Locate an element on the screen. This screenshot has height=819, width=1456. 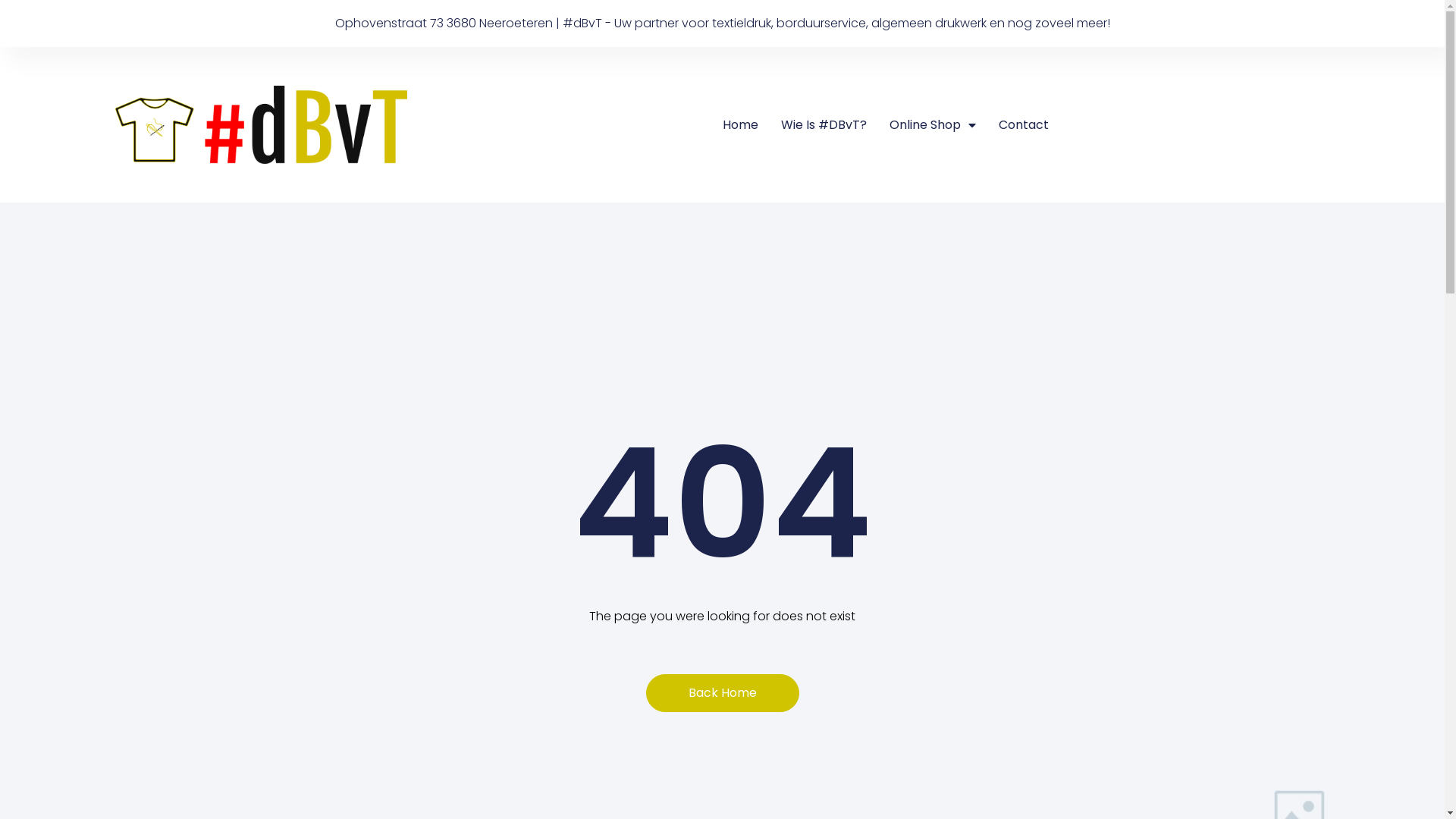
'Wie Is #DBvT?' is located at coordinates (781, 124).